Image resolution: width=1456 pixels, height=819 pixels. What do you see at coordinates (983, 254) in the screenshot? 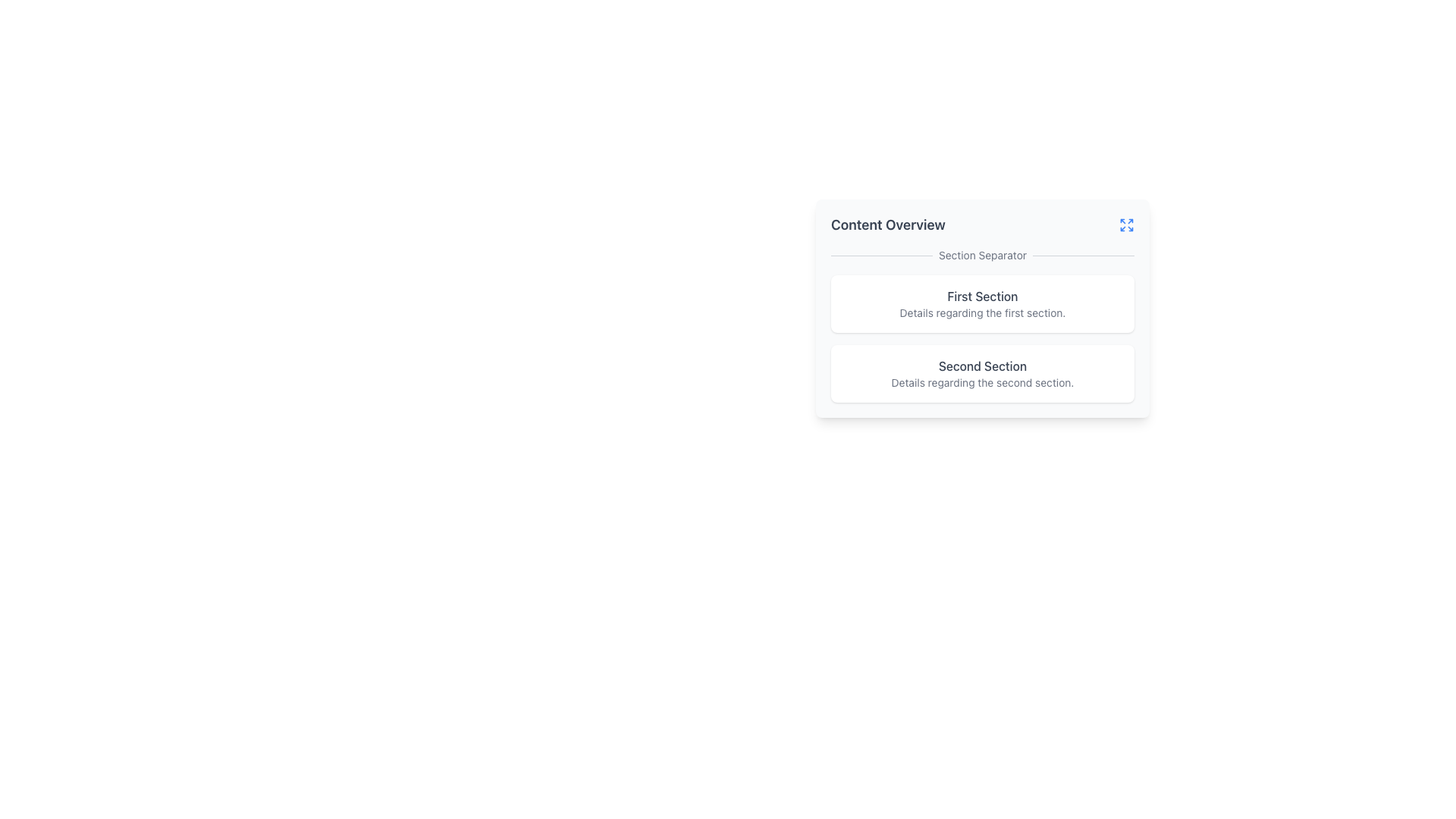
I see `the Decorative Section Separator which features a line segment extending from each side of the text label 'Section Separator' displayed in a small, gray font` at bounding box center [983, 254].